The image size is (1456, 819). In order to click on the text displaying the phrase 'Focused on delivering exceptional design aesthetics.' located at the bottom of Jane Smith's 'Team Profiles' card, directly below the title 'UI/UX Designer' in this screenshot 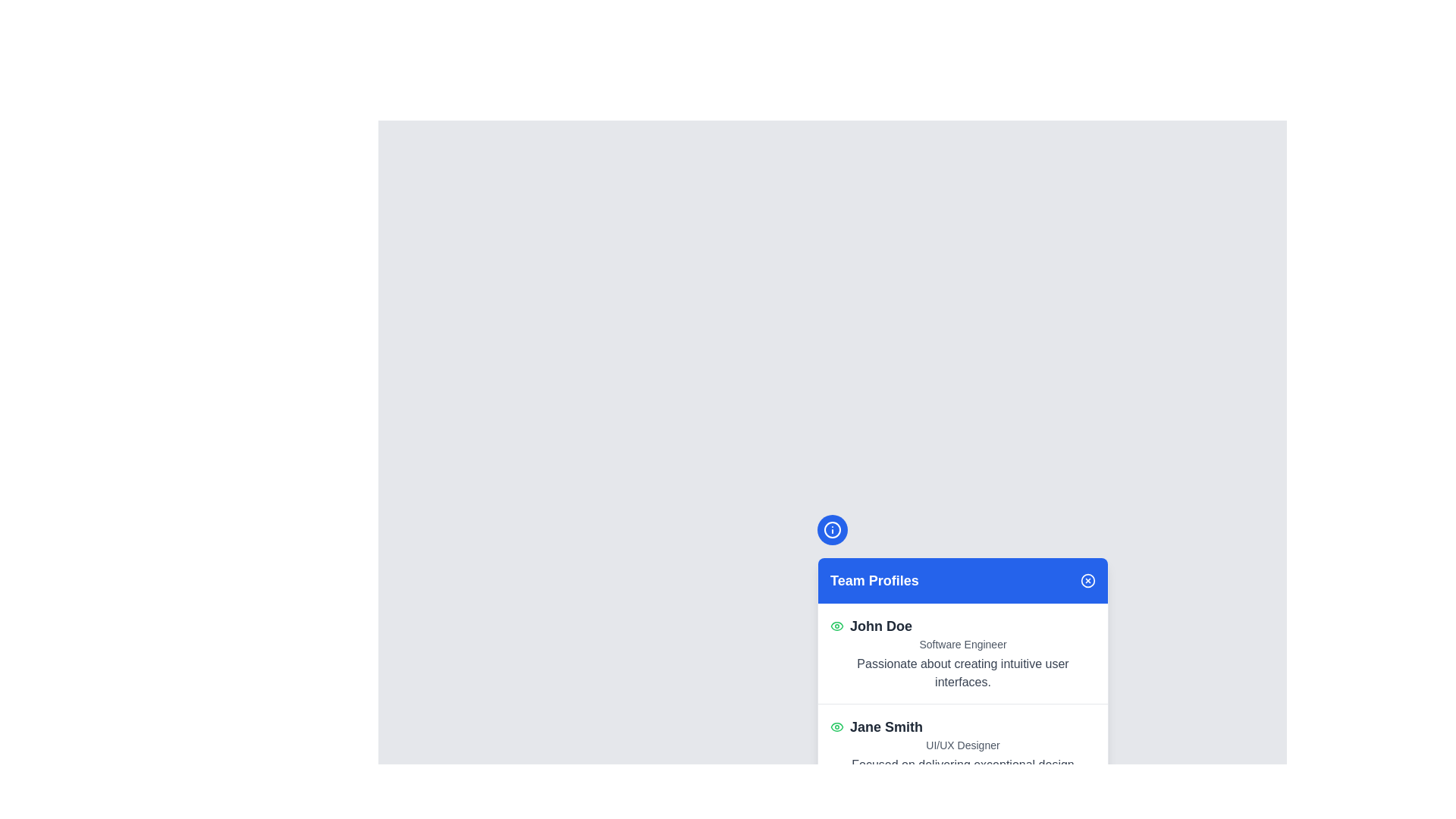, I will do `click(962, 774)`.